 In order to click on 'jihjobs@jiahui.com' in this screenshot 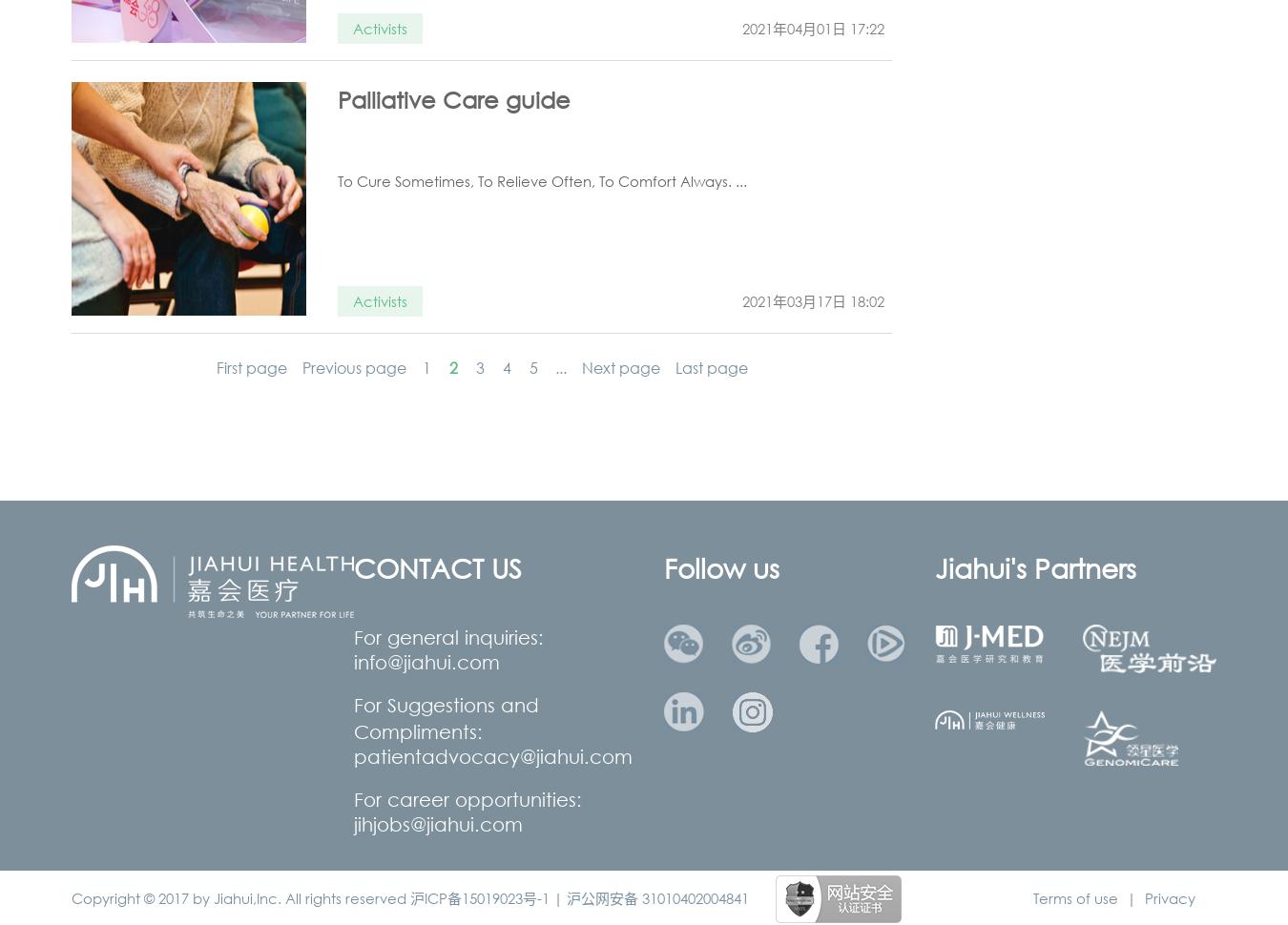, I will do `click(437, 823)`.